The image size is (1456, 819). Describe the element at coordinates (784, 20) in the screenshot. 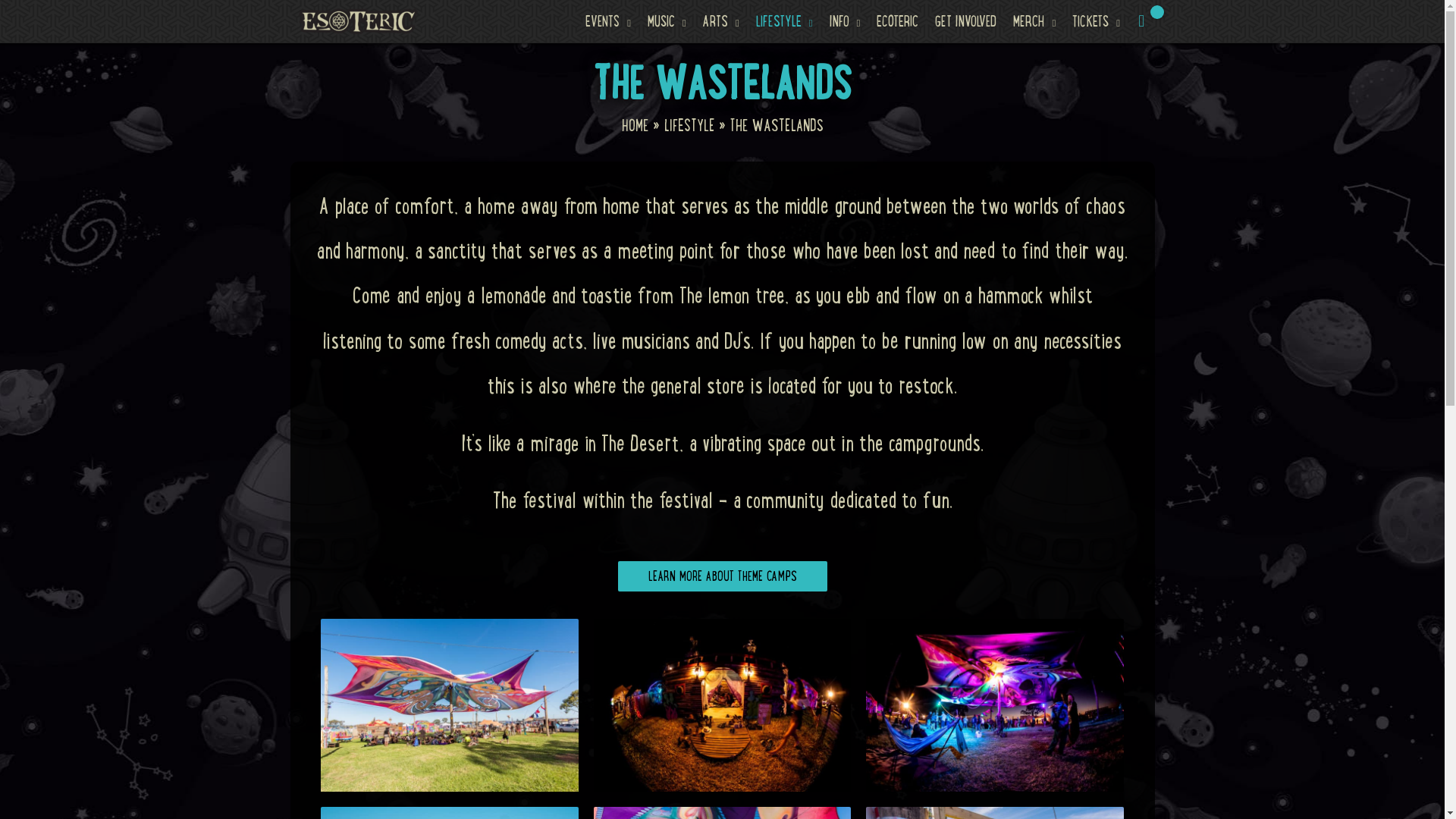

I see `'LIFESTYLE'` at that location.